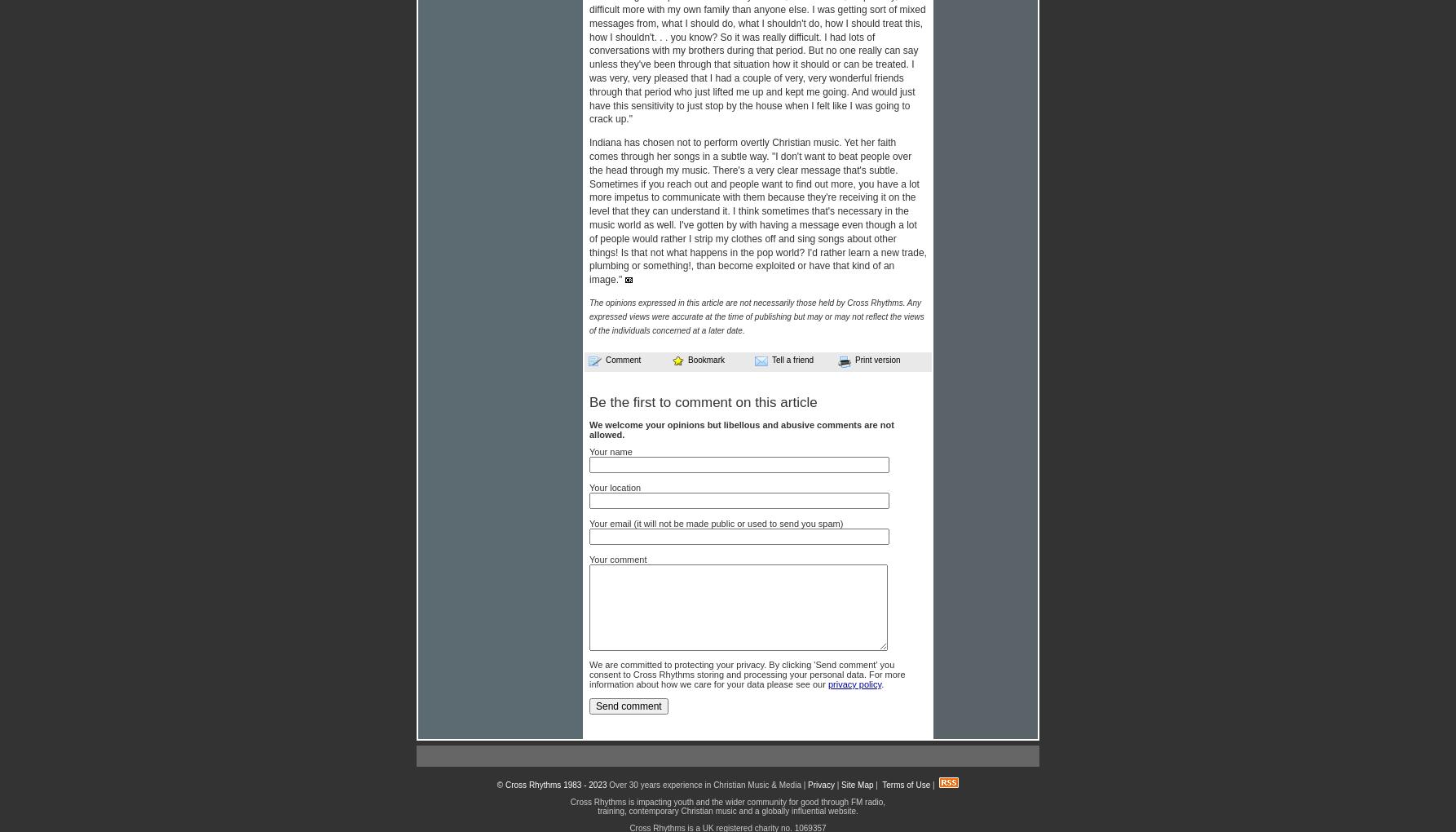 This screenshot has width=1456, height=832. Describe the element at coordinates (589, 558) in the screenshot. I see `'Your comment'` at that location.